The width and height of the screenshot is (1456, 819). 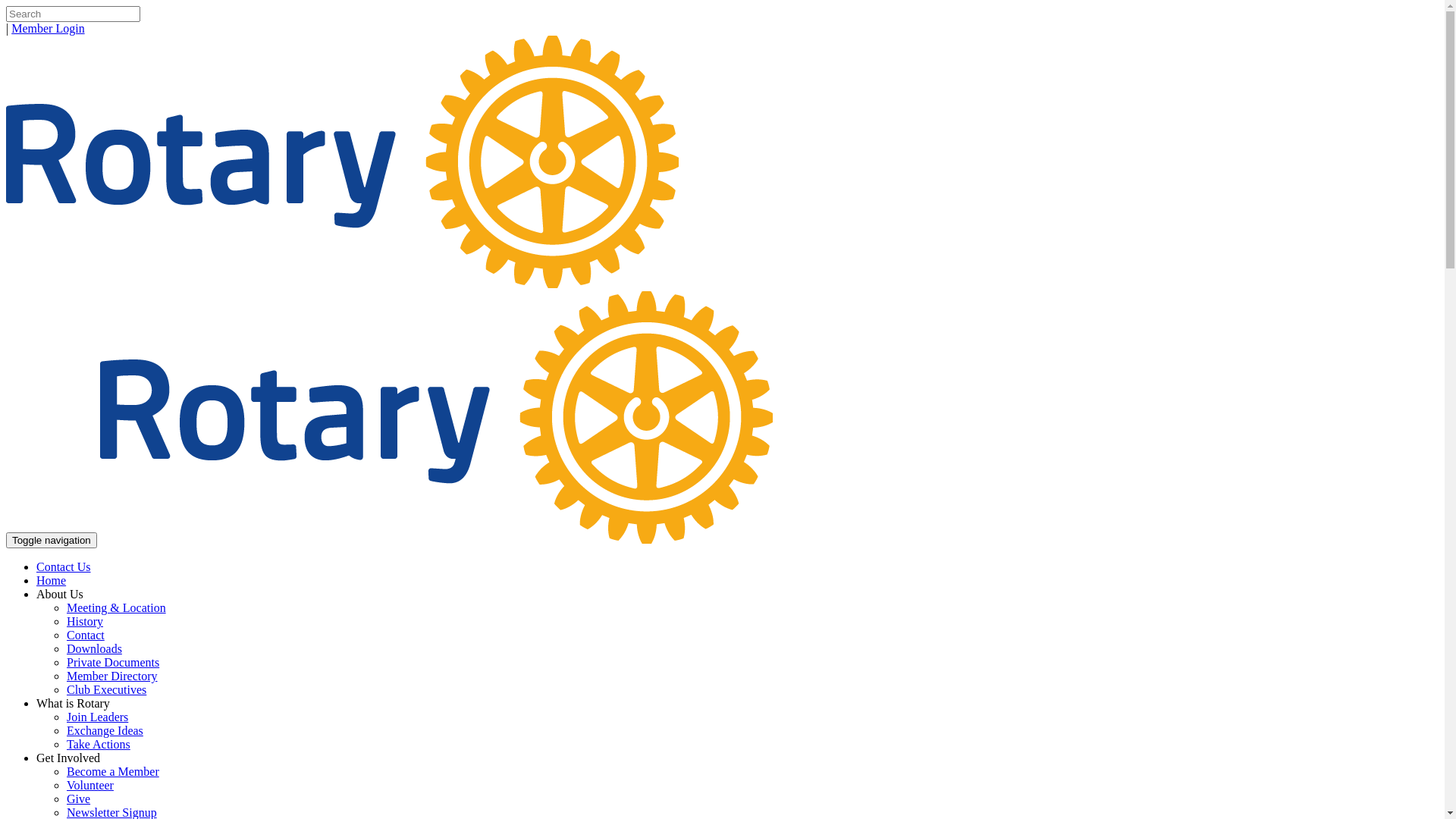 What do you see at coordinates (111, 661) in the screenshot?
I see `'Private Documents'` at bounding box center [111, 661].